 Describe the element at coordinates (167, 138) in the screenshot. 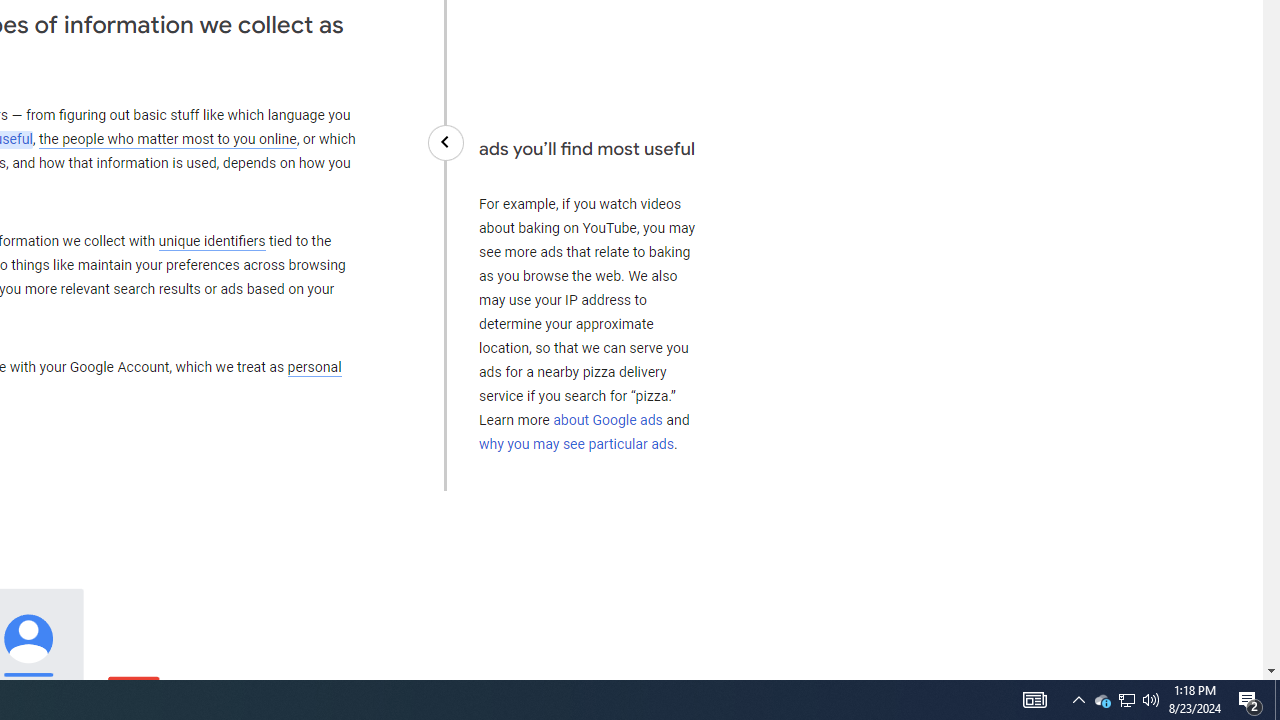

I see `'the people who matter most to you online'` at that location.